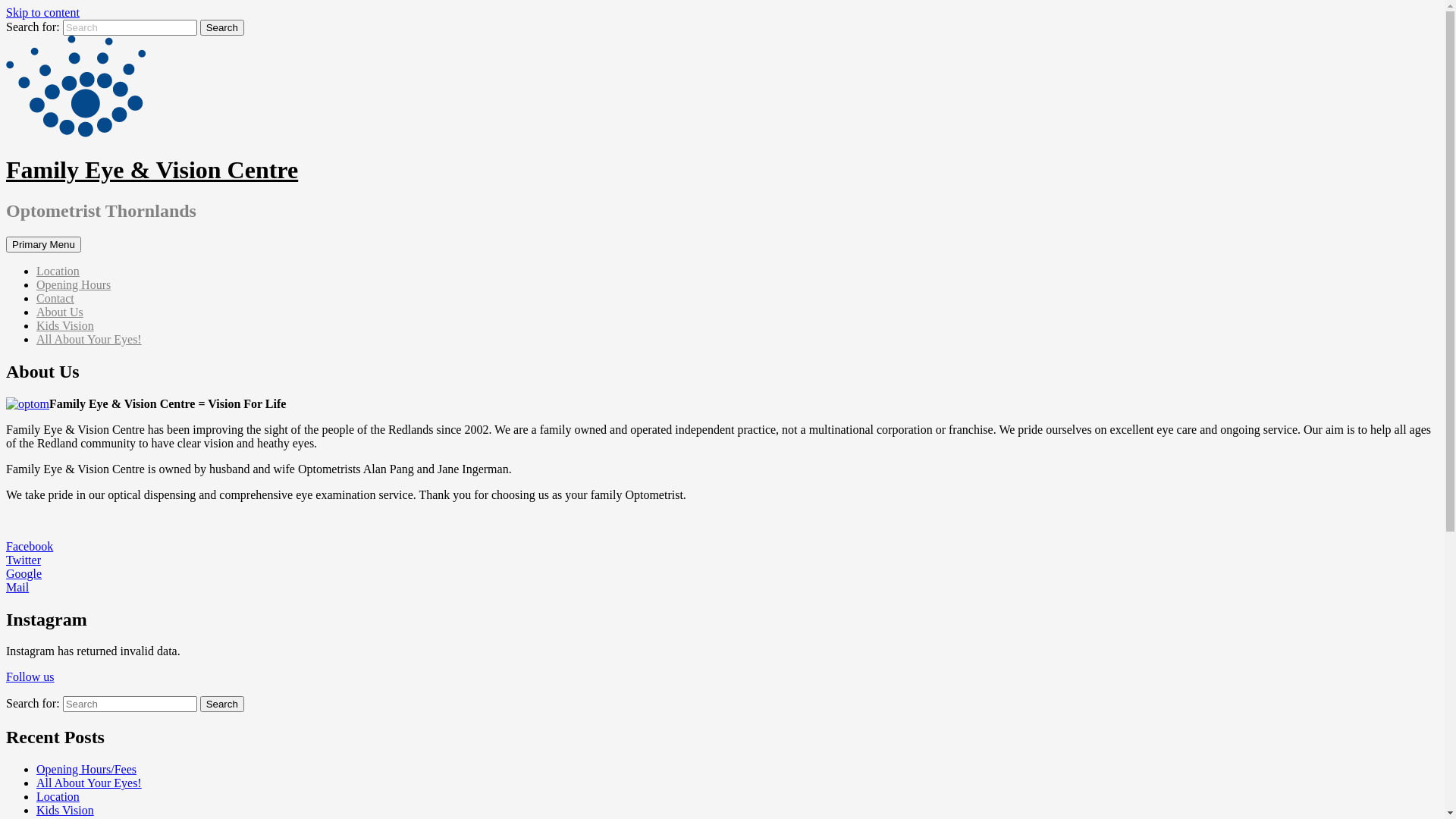 The height and width of the screenshot is (819, 1456). What do you see at coordinates (17, 586) in the screenshot?
I see `'Mail'` at bounding box center [17, 586].